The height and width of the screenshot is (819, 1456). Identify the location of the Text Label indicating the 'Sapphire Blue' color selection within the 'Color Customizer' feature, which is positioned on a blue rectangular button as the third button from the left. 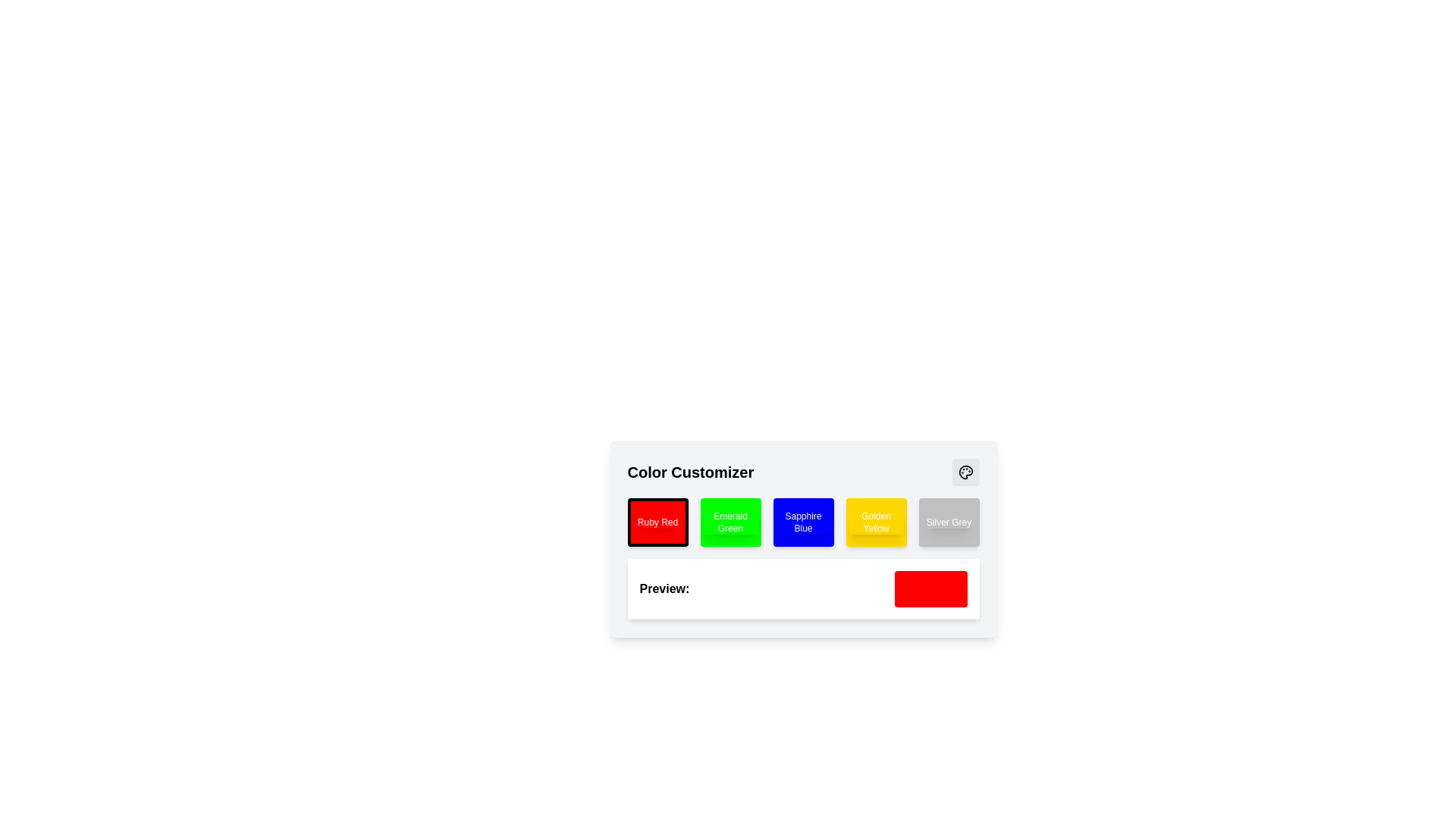
(802, 522).